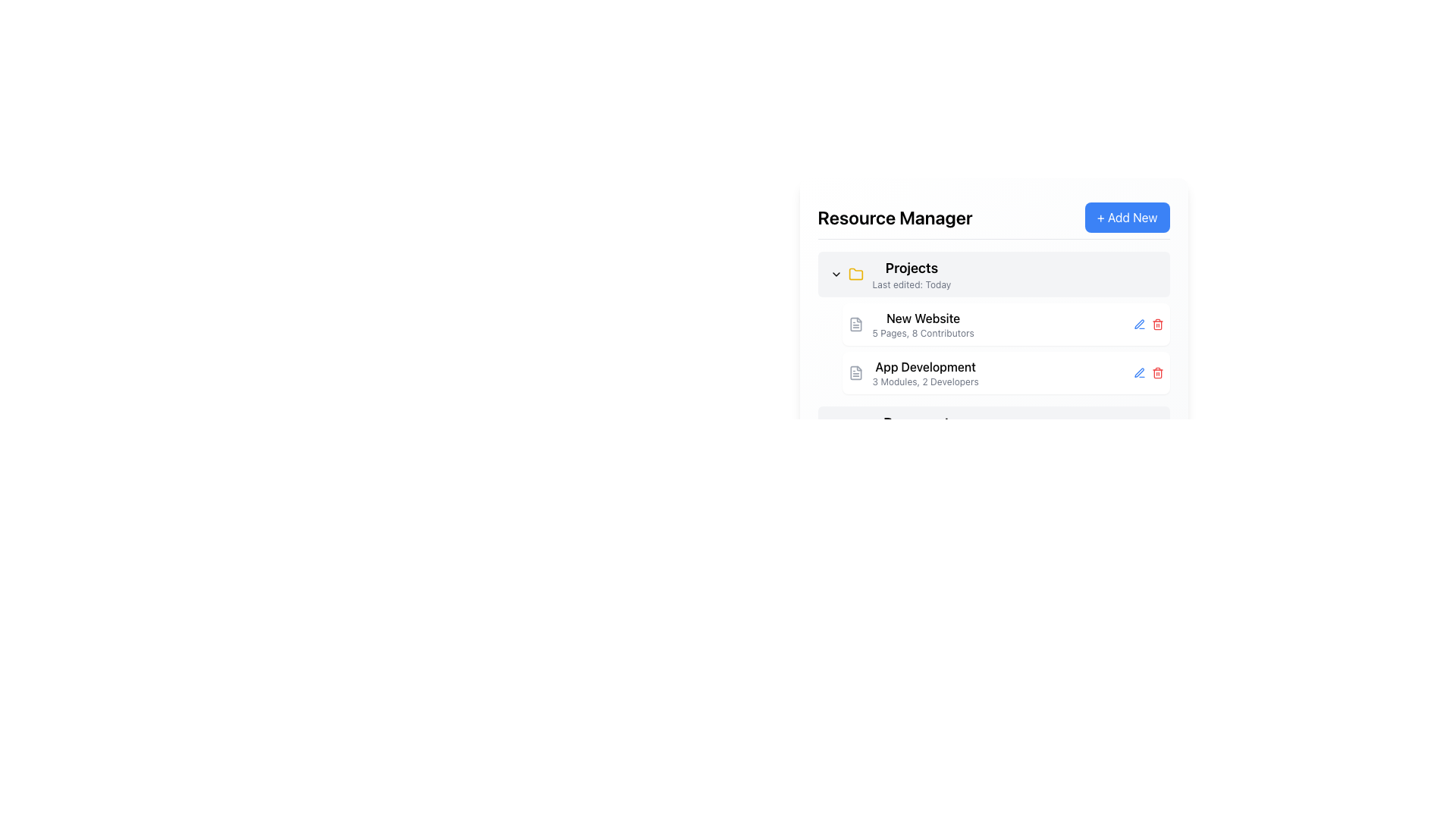  Describe the element at coordinates (1148, 373) in the screenshot. I see `the delete button in the group of buttons located at the right end of the 'App Development' row` at that location.